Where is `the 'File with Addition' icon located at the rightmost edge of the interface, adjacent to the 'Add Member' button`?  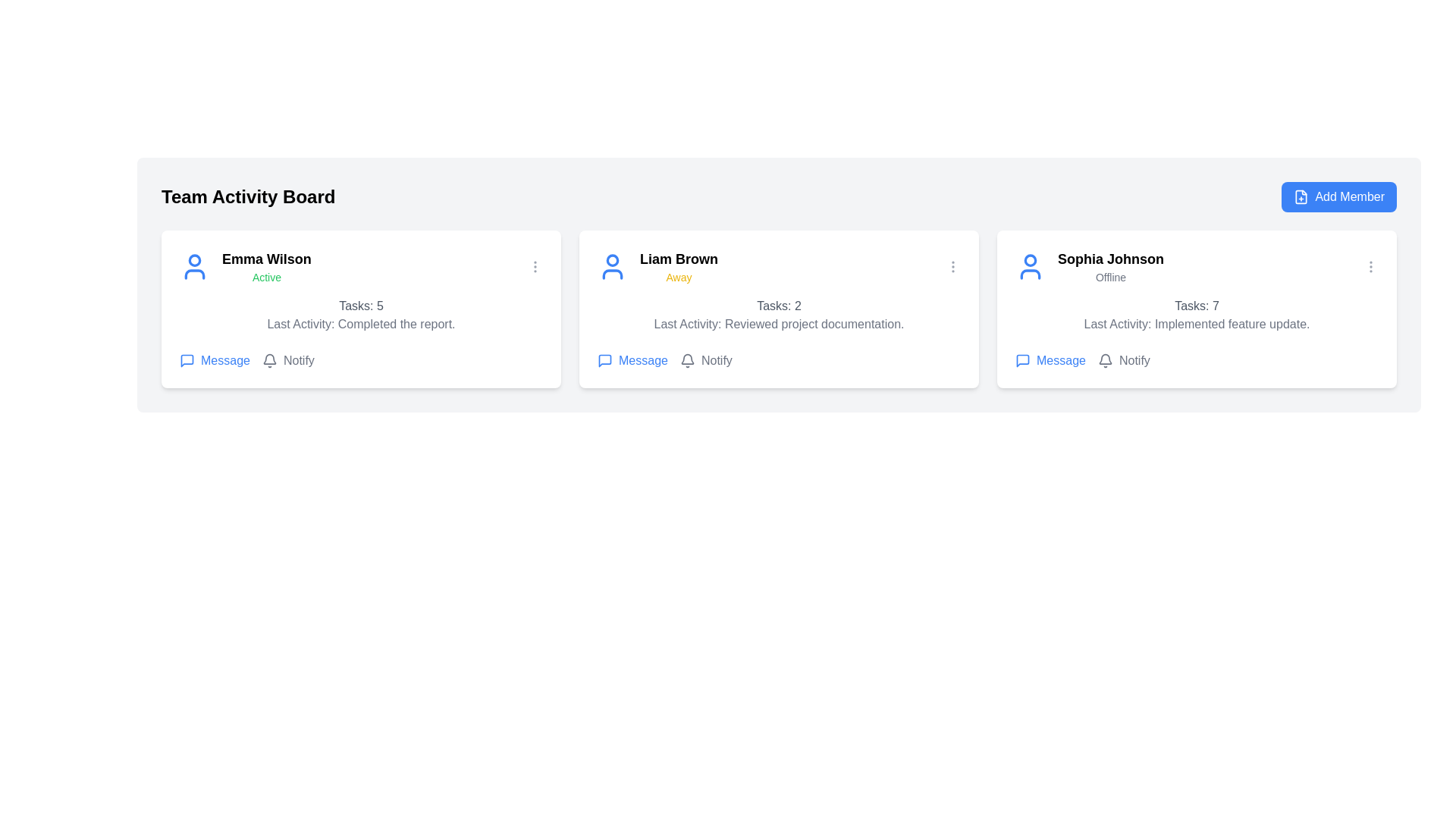
the 'File with Addition' icon located at the rightmost edge of the interface, adjacent to the 'Add Member' button is located at coordinates (1301, 196).